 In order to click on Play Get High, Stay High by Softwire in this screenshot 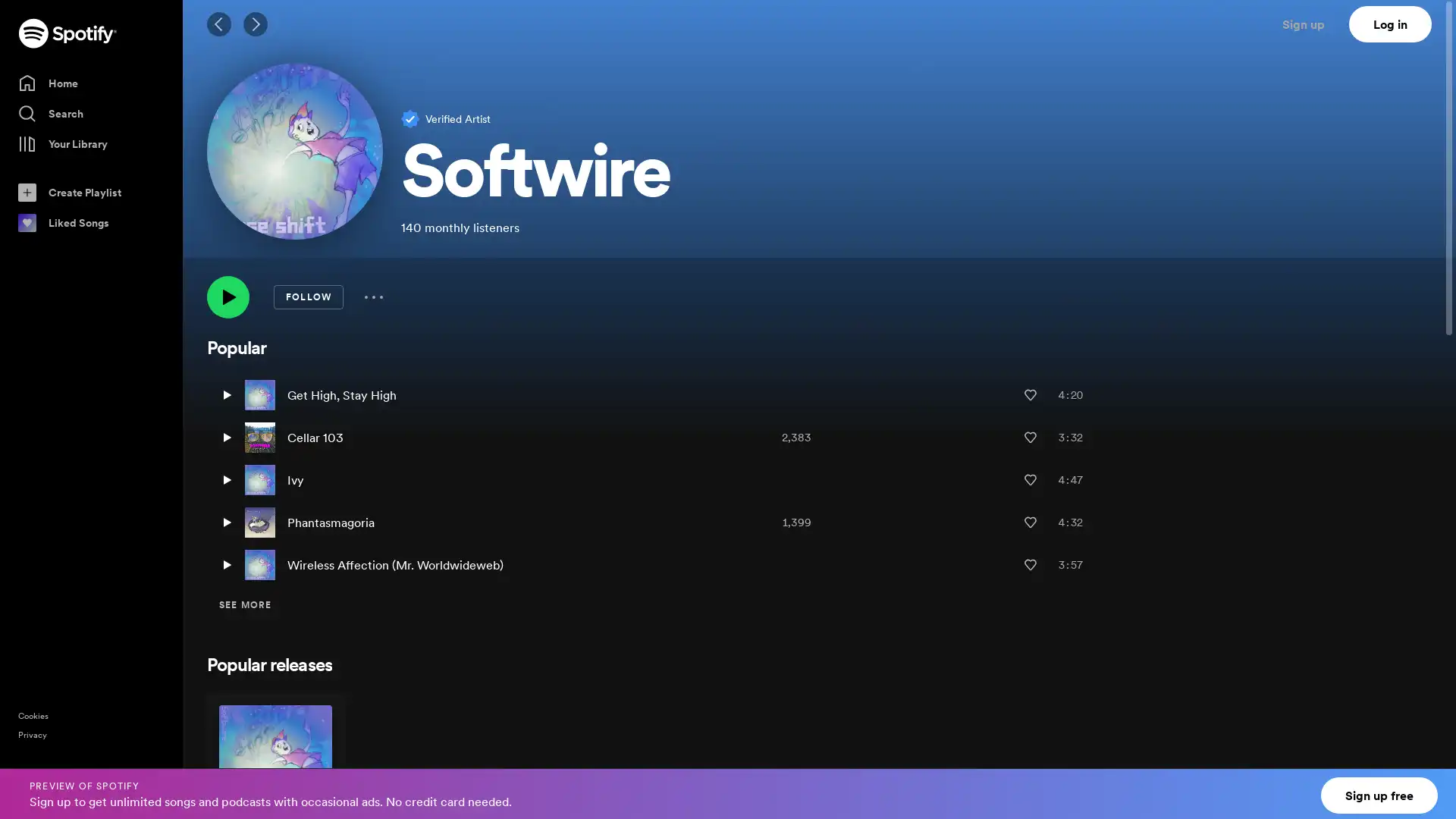, I will do `click(225, 394)`.